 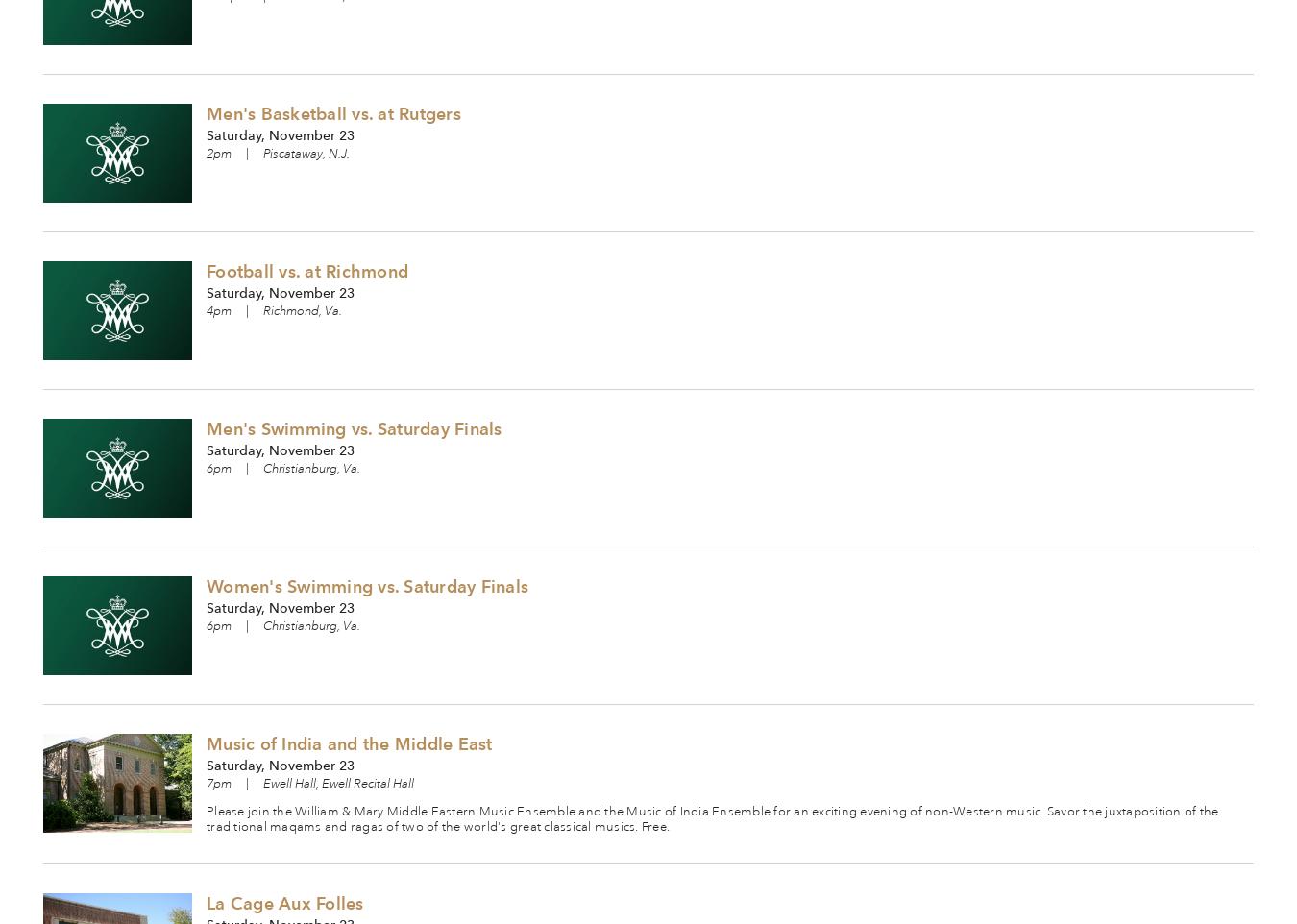 What do you see at coordinates (354, 428) in the screenshot?
I see `'Men's Swimming vs. Saturday Finals'` at bounding box center [354, 428].